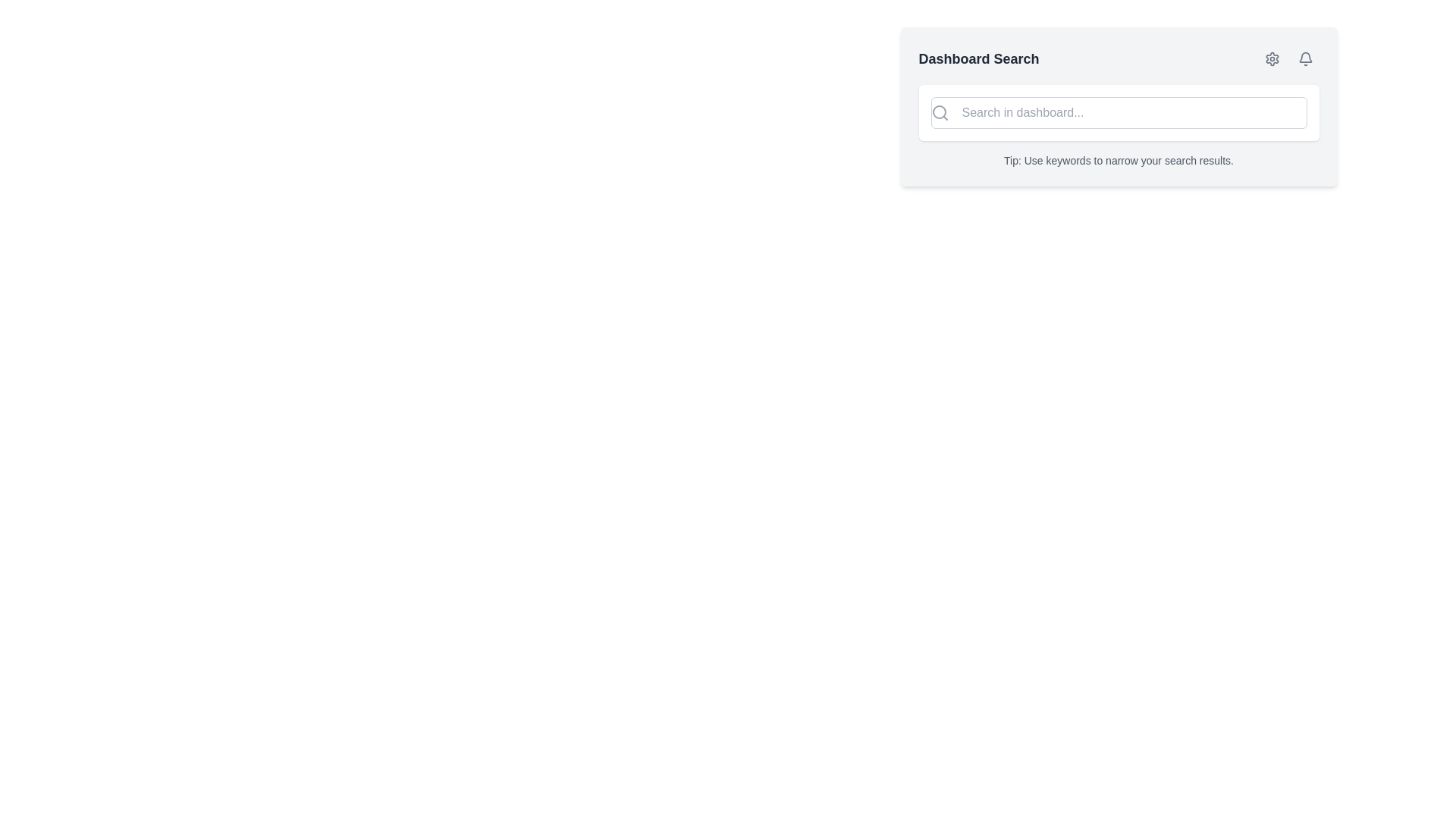 The width and height of the screenshot is (1456, 819). What do you see at coordinates (1272, 58) in the screenshot?
I see `the cogwheel-type icon in the 'Dashboard Search' section` at bounding box center [1272, 58].